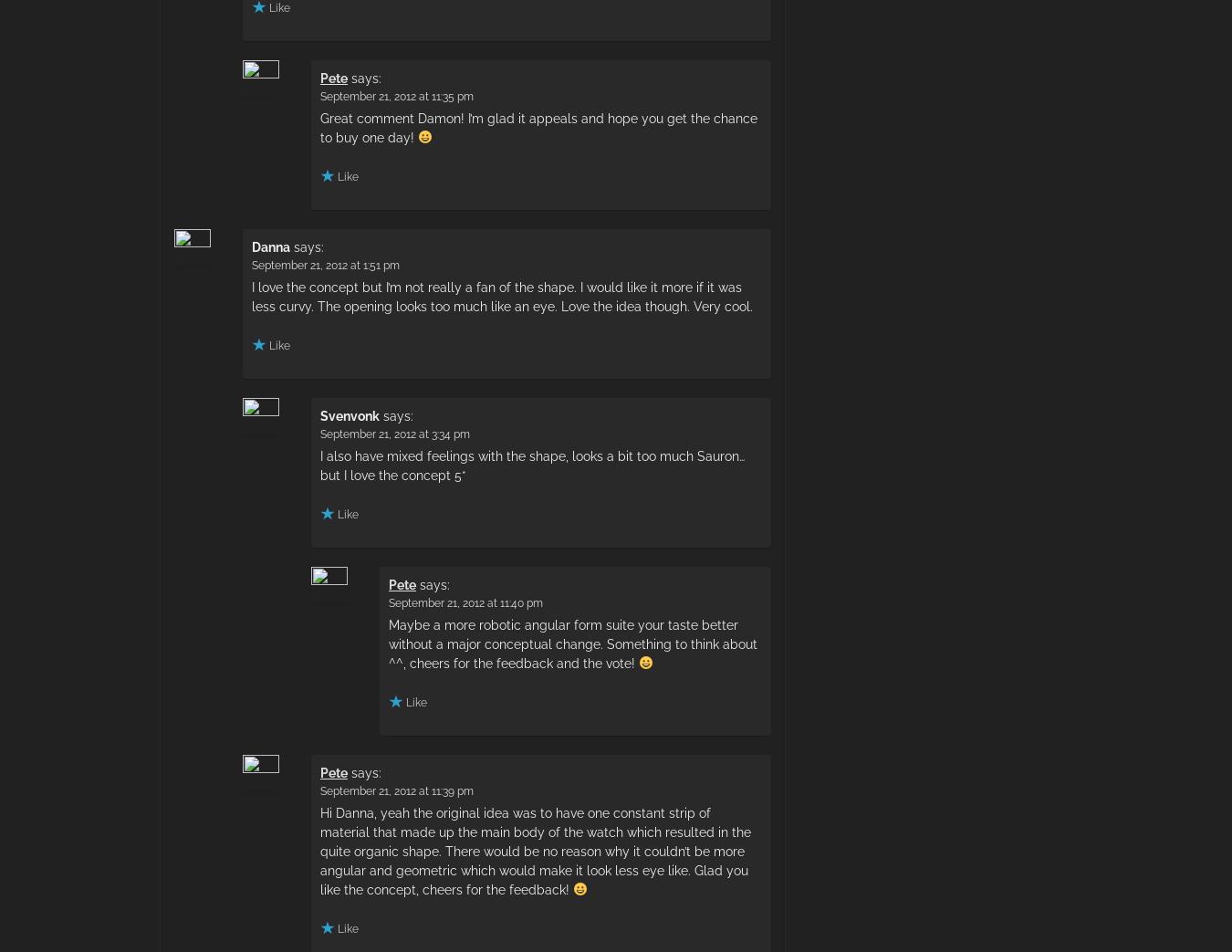 This screenshot has height=952, width=1232. I want to click on 'Great comment Damon! I’m glad it appeals and hope you get the chance to buy one day!', so click(538, 127).